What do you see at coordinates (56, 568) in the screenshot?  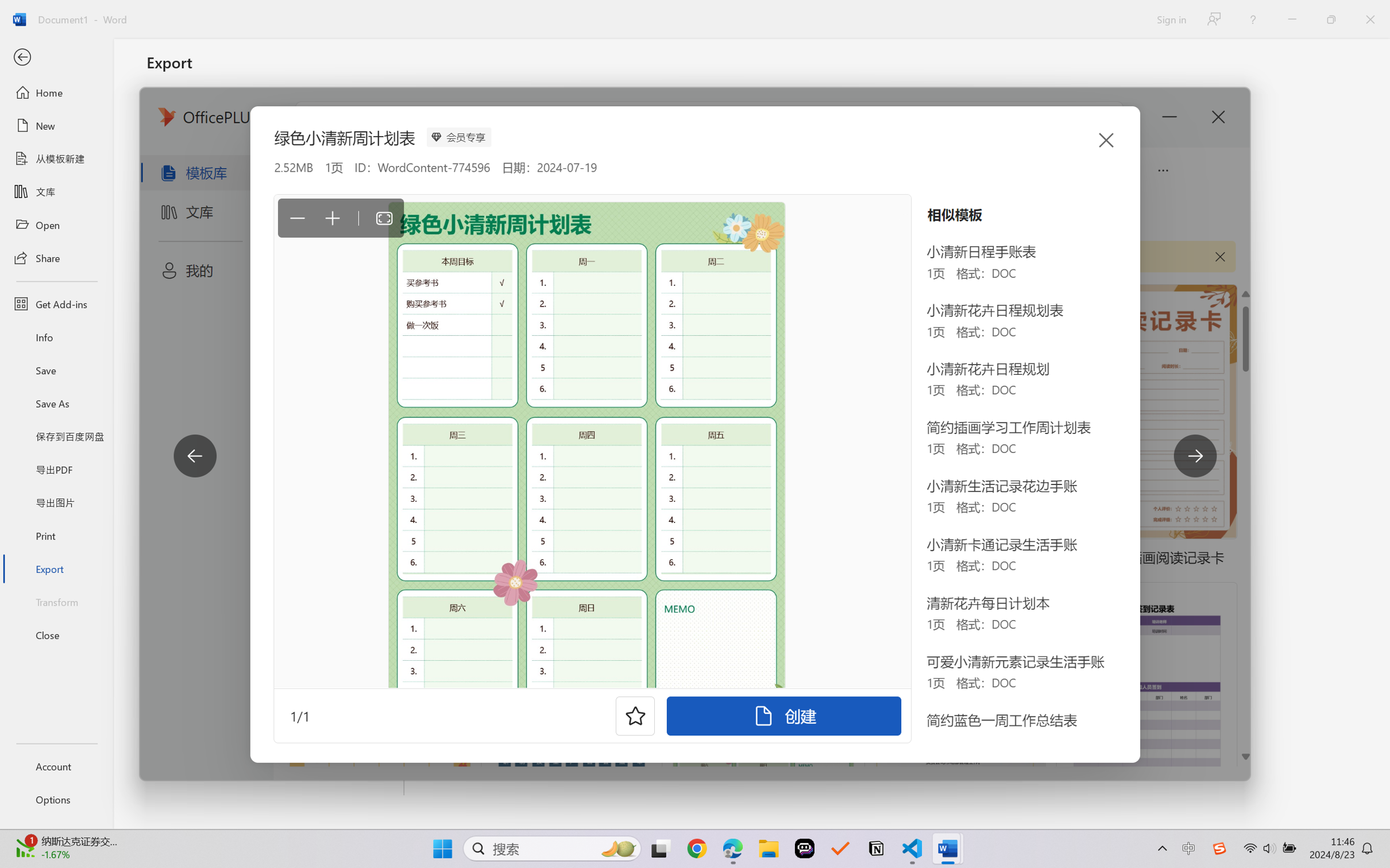 I see `'Export'` at bounding box center [56, 568].